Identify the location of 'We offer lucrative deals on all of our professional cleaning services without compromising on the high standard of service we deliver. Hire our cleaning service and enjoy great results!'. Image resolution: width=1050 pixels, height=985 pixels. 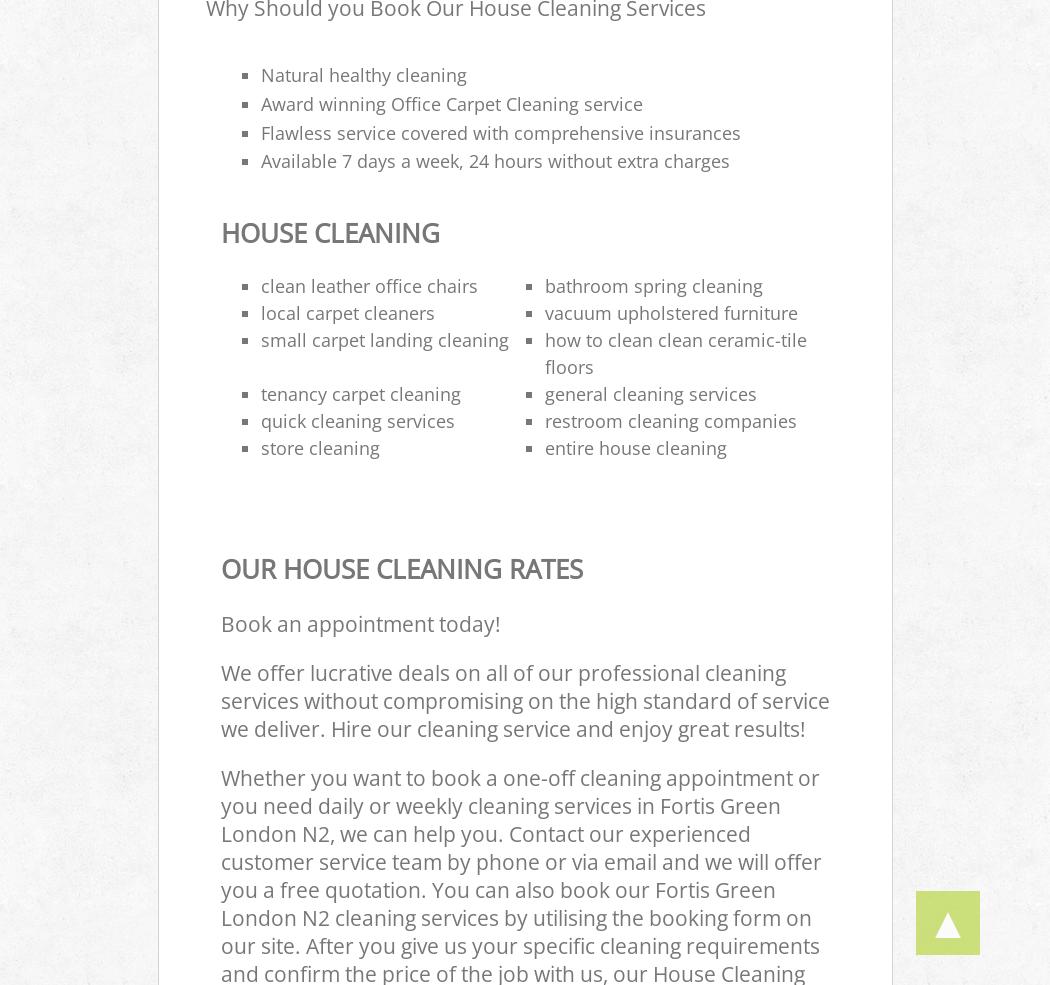
(523, 700).